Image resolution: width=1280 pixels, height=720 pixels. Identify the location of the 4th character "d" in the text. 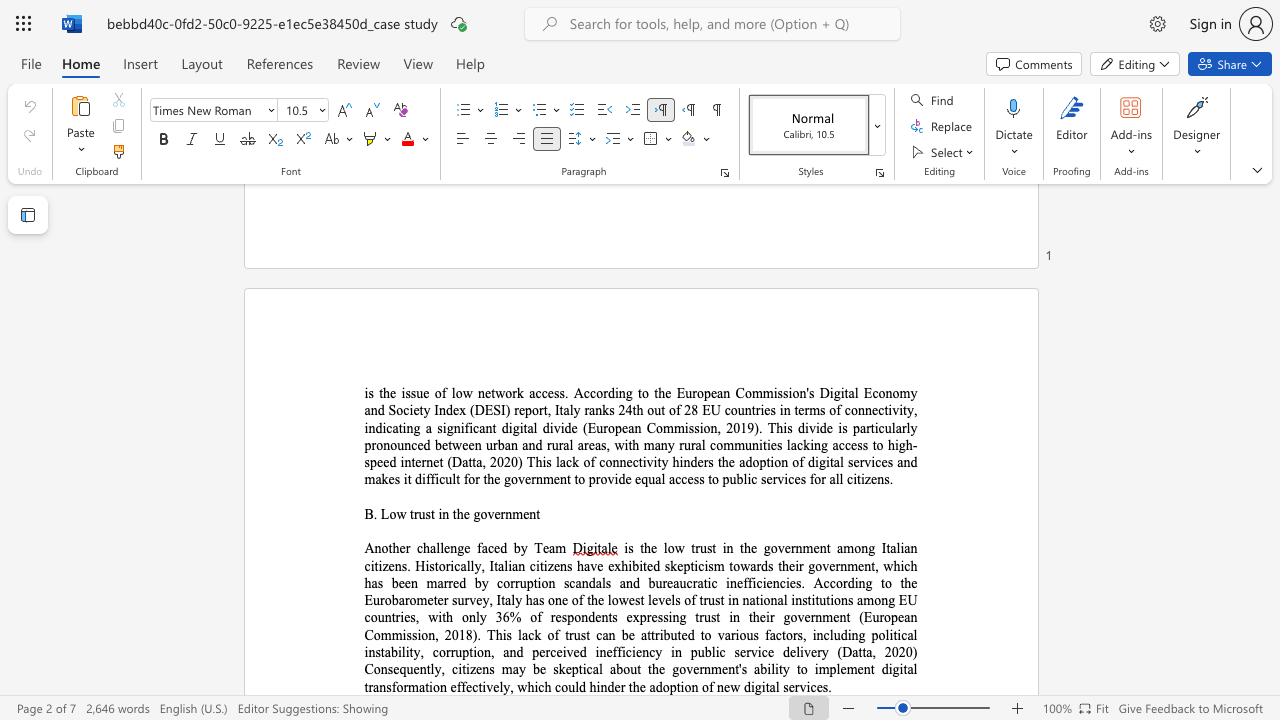
(785, 652).